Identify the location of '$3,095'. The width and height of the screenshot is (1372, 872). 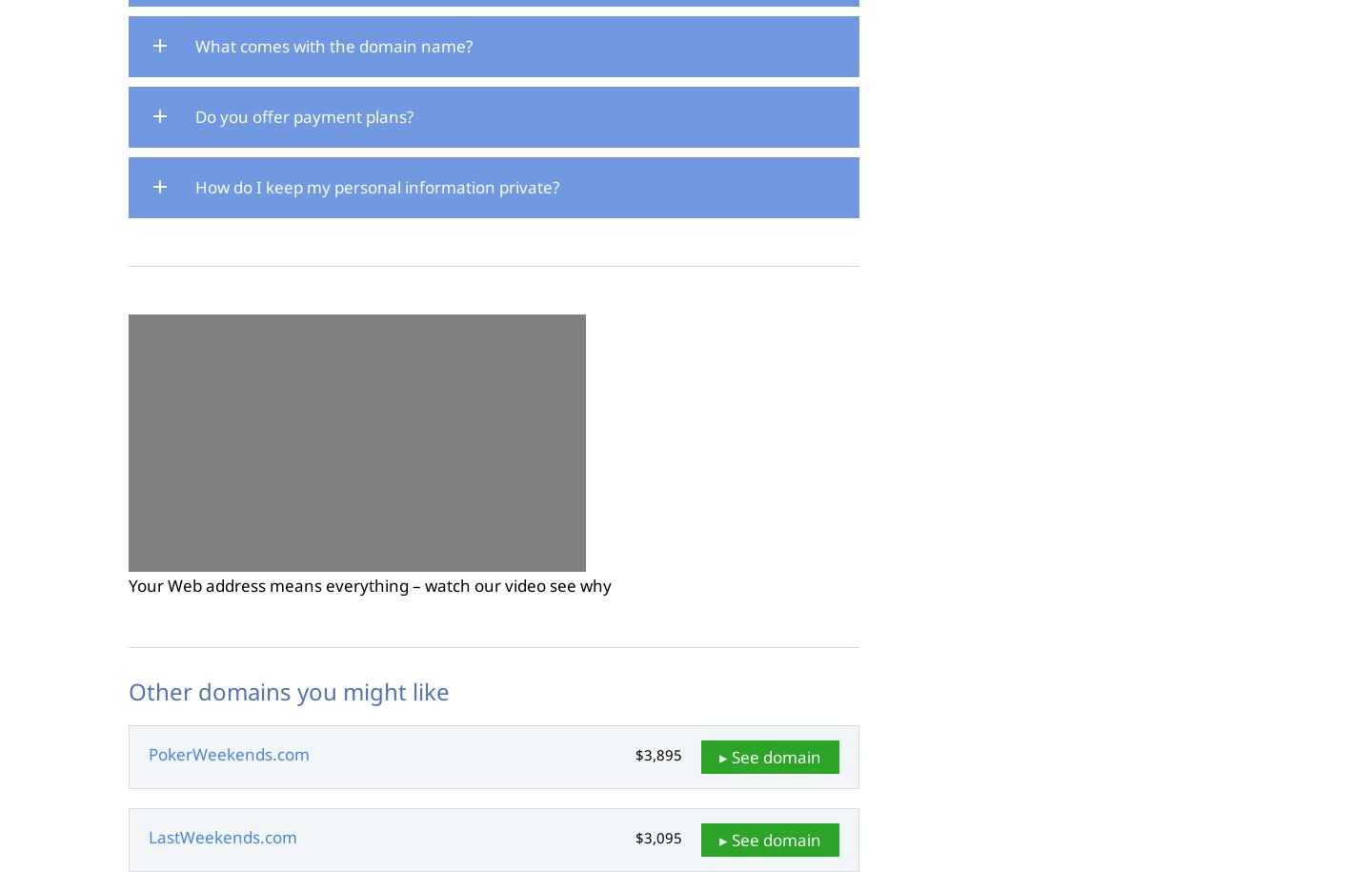
(658, 837).